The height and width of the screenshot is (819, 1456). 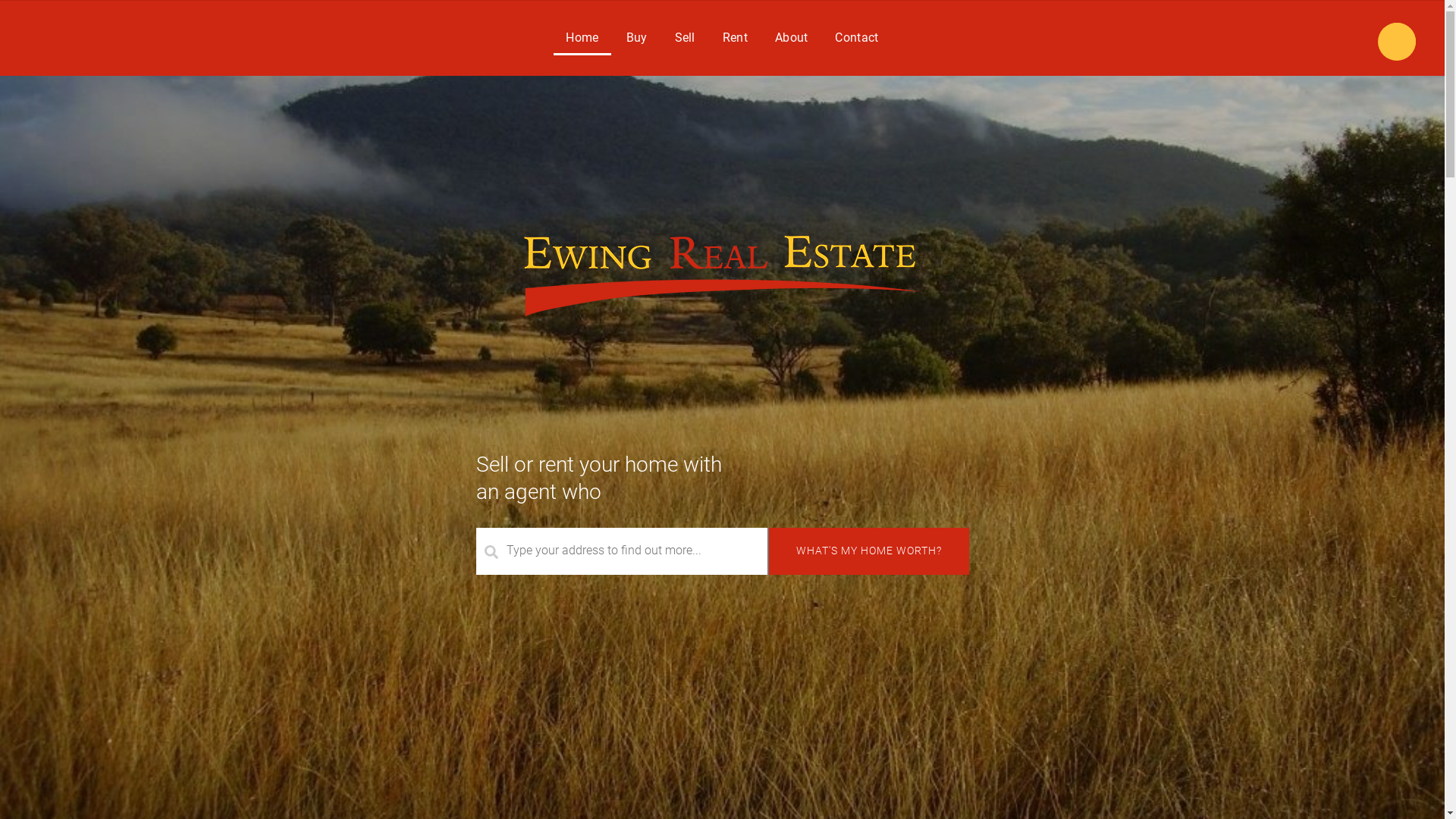 What do you see at coordinates (856, 37) in the screenshot?
I see `'Contact'` at bounding box center [856, 37].